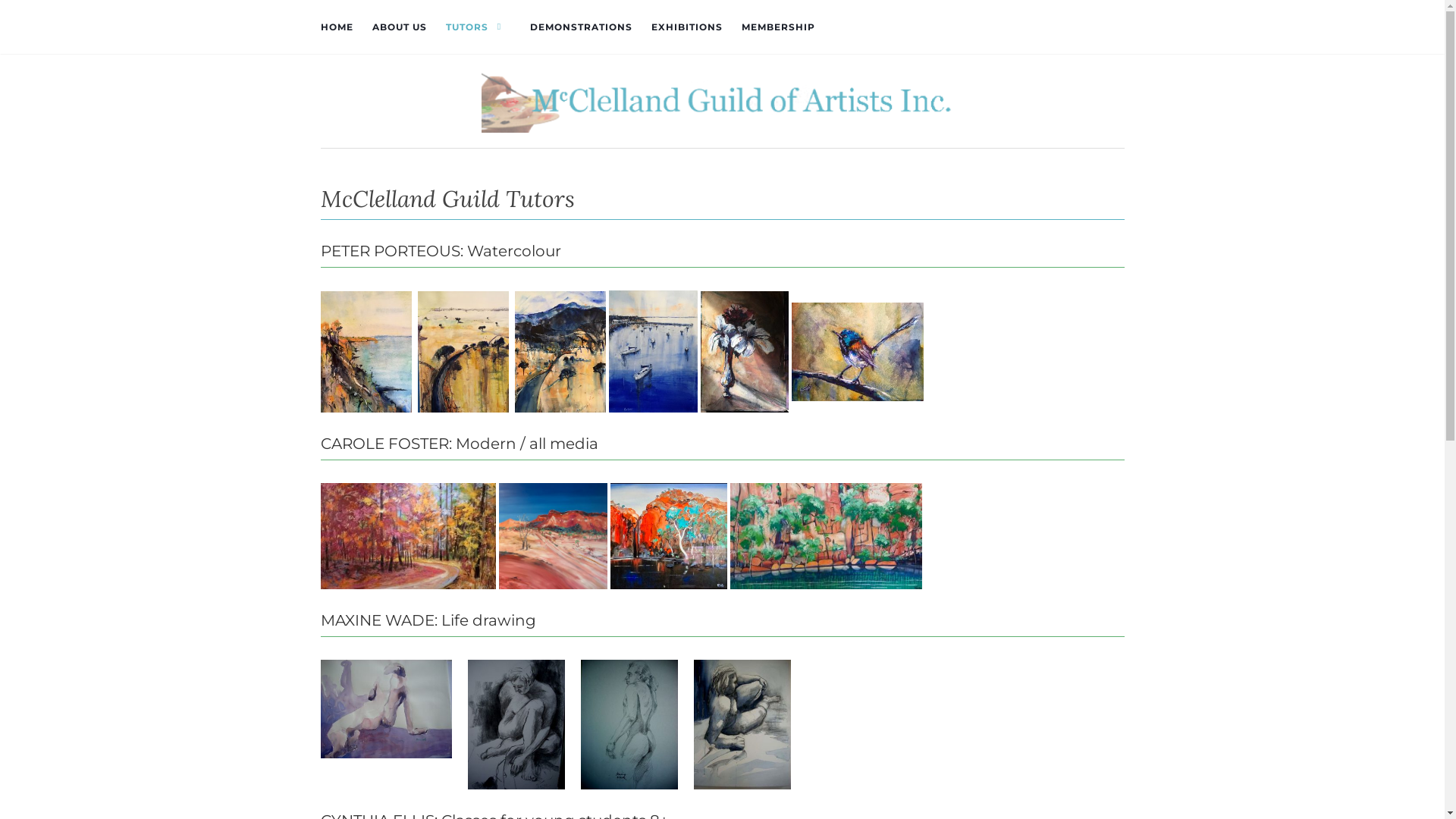 This screenshot has height=819, width=1456. I want to click on 'TUTORS', so click(477, 27).